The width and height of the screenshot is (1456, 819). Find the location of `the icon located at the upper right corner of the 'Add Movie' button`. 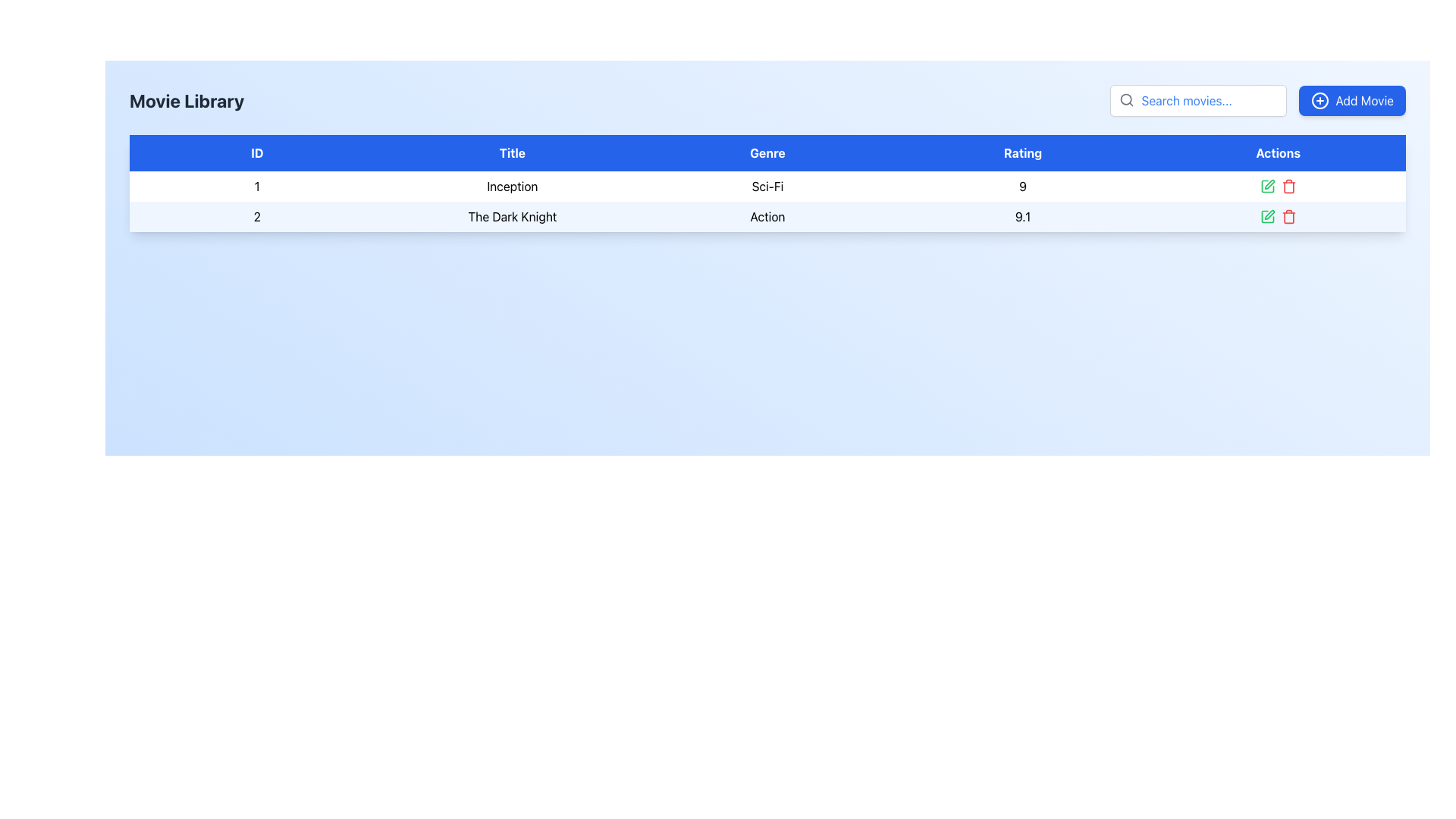

the icon located at the upper right corner of the 'Add Movie' button is located at coordinates (1319, 100).